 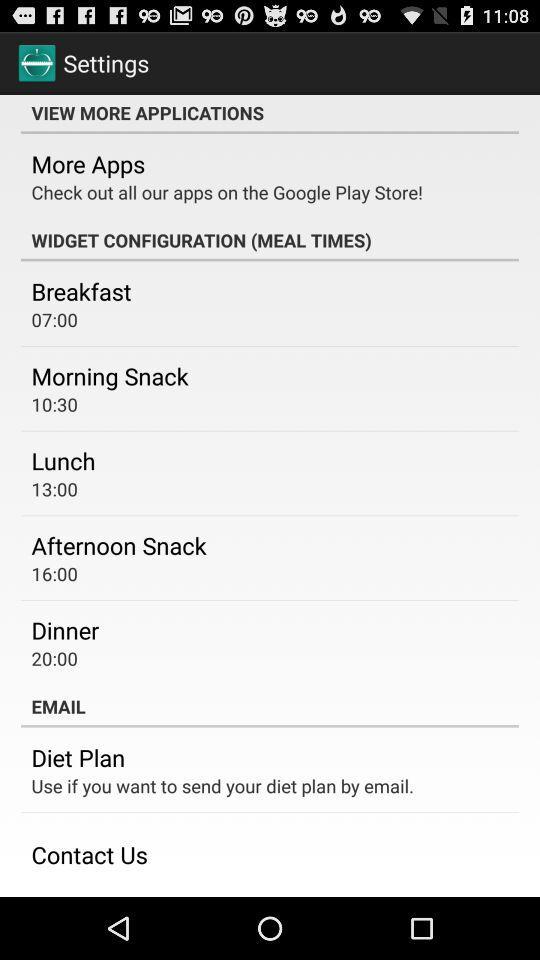 What do you see at coordinates (65, 629) in the screenshot?
I see `the dinner app` at bounding box center [65, 629].